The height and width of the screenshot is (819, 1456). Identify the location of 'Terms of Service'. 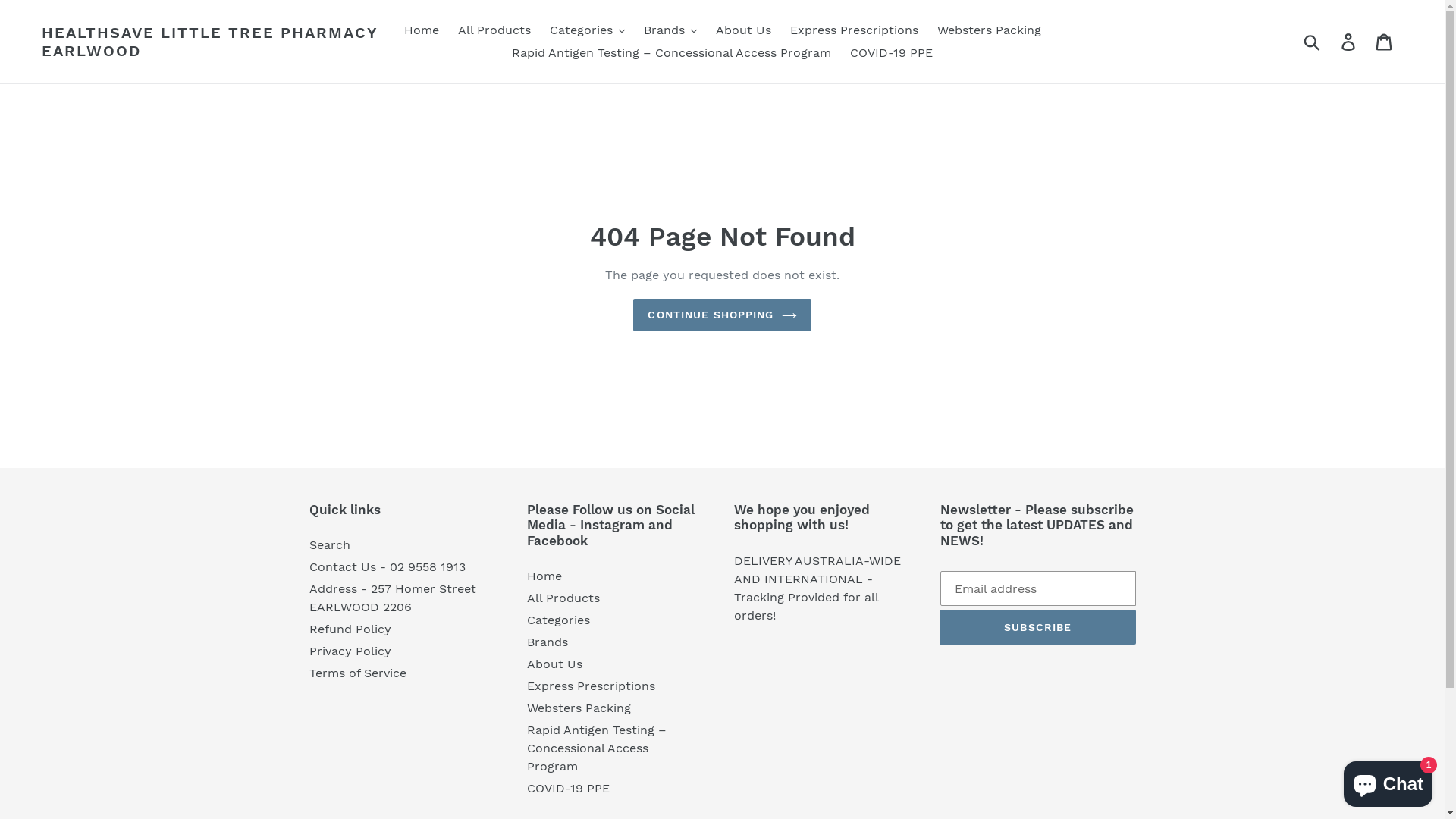
(356, 672).